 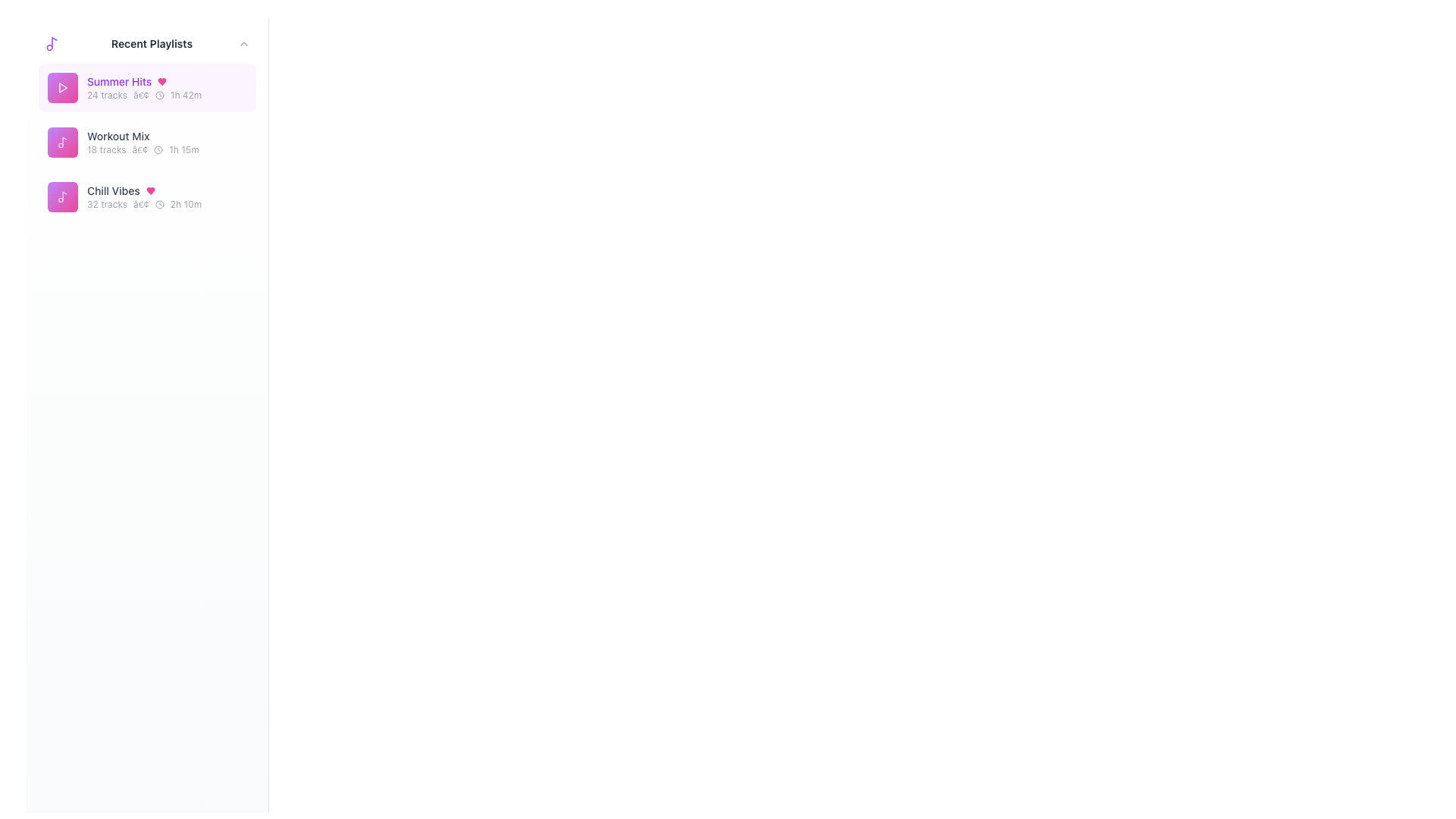 What do you see at coordinates (162, 82) in the screenshot?
I see `the heart icon located to the immediate right of the 'Summer Hits' text in the 'Recent Playlists' section to mark it as a favorite` at bounding box center [162, 82].